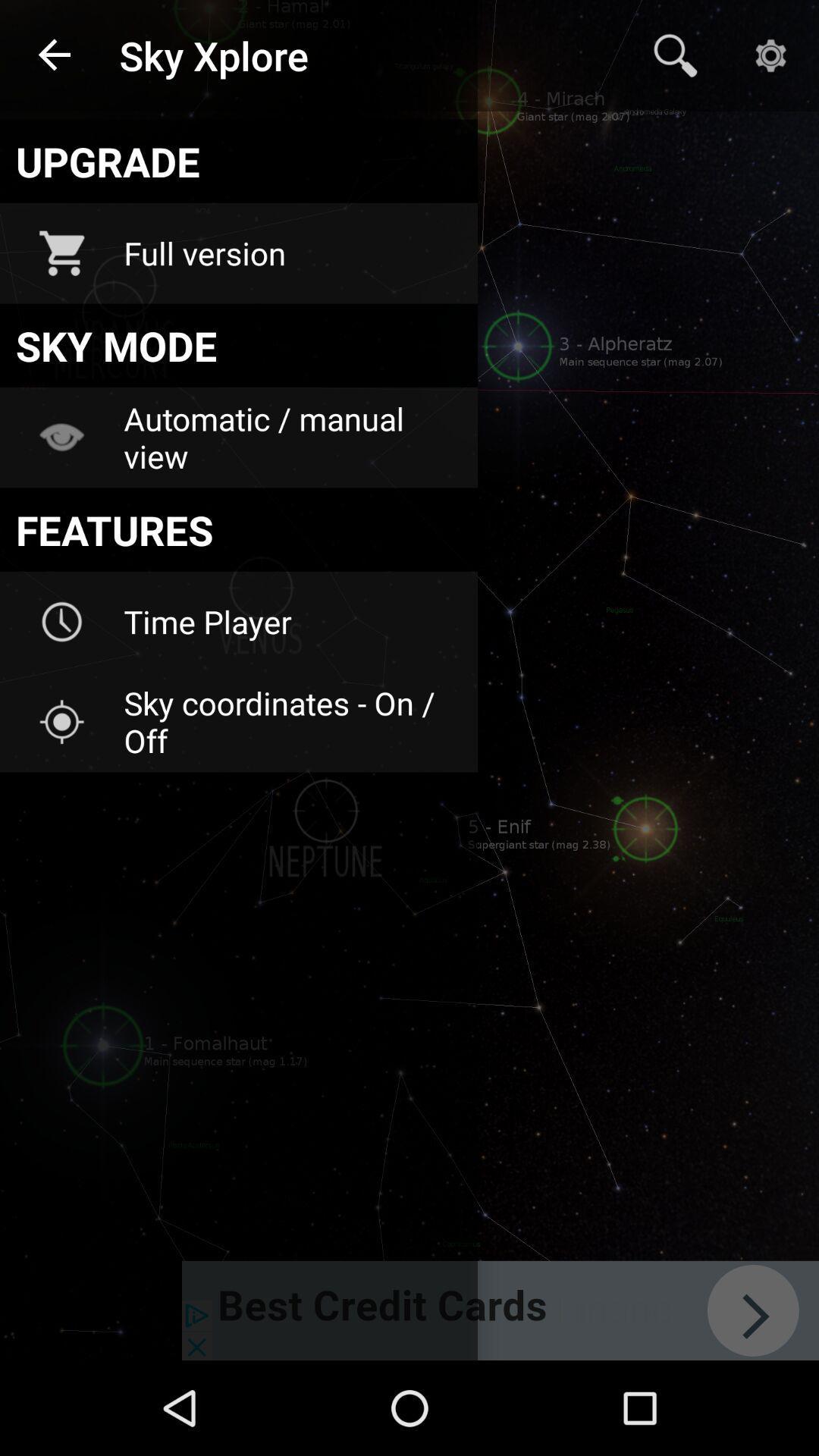 The width and height of the screenshot is (819, 1456). What do you see at coordinates (55, 55) in the screenshot?
I see `the item next to the sky xplore icon` at bounding box center [55, 55].